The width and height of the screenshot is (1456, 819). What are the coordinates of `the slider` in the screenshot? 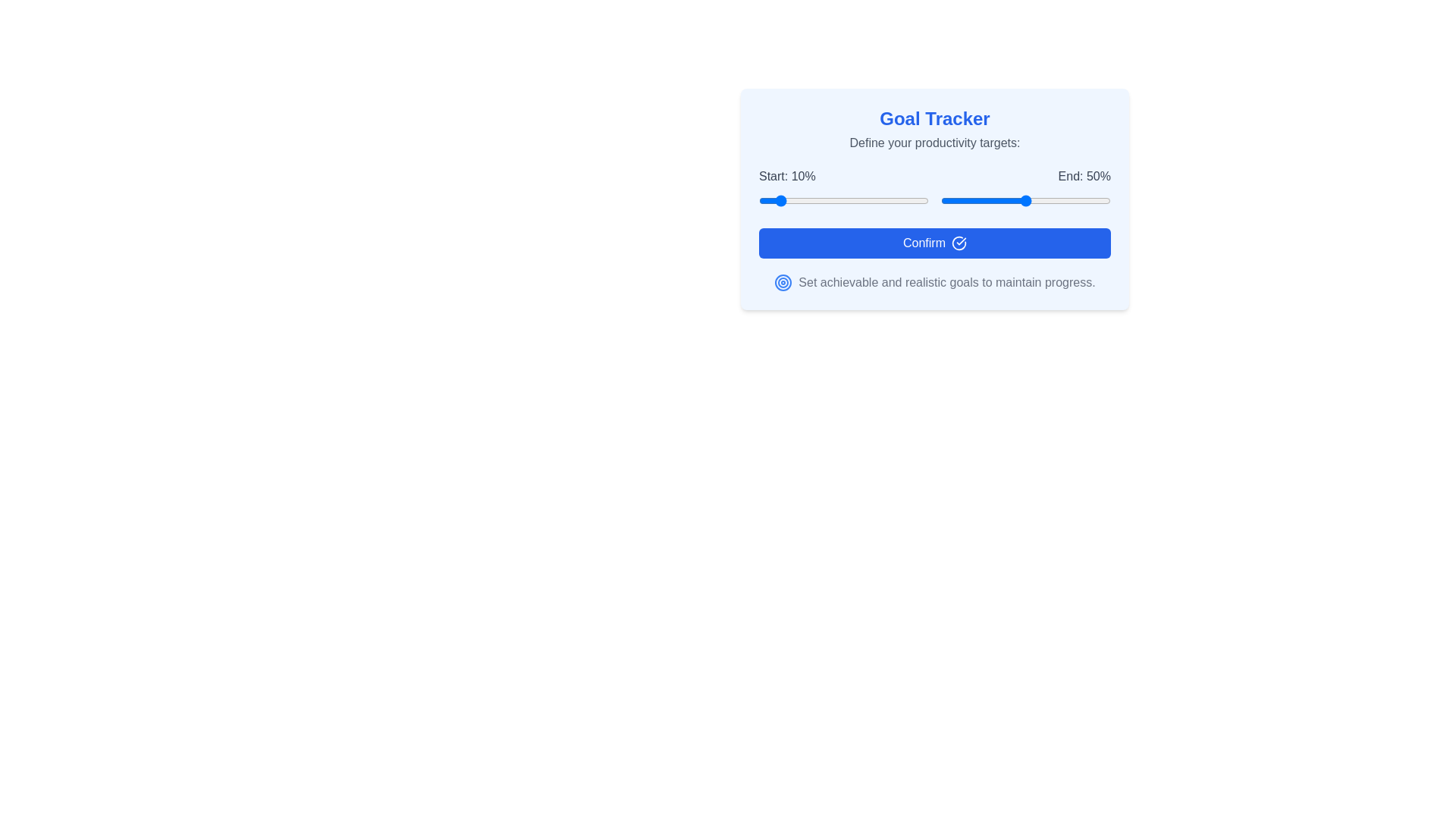 It's located at (1045, 200).